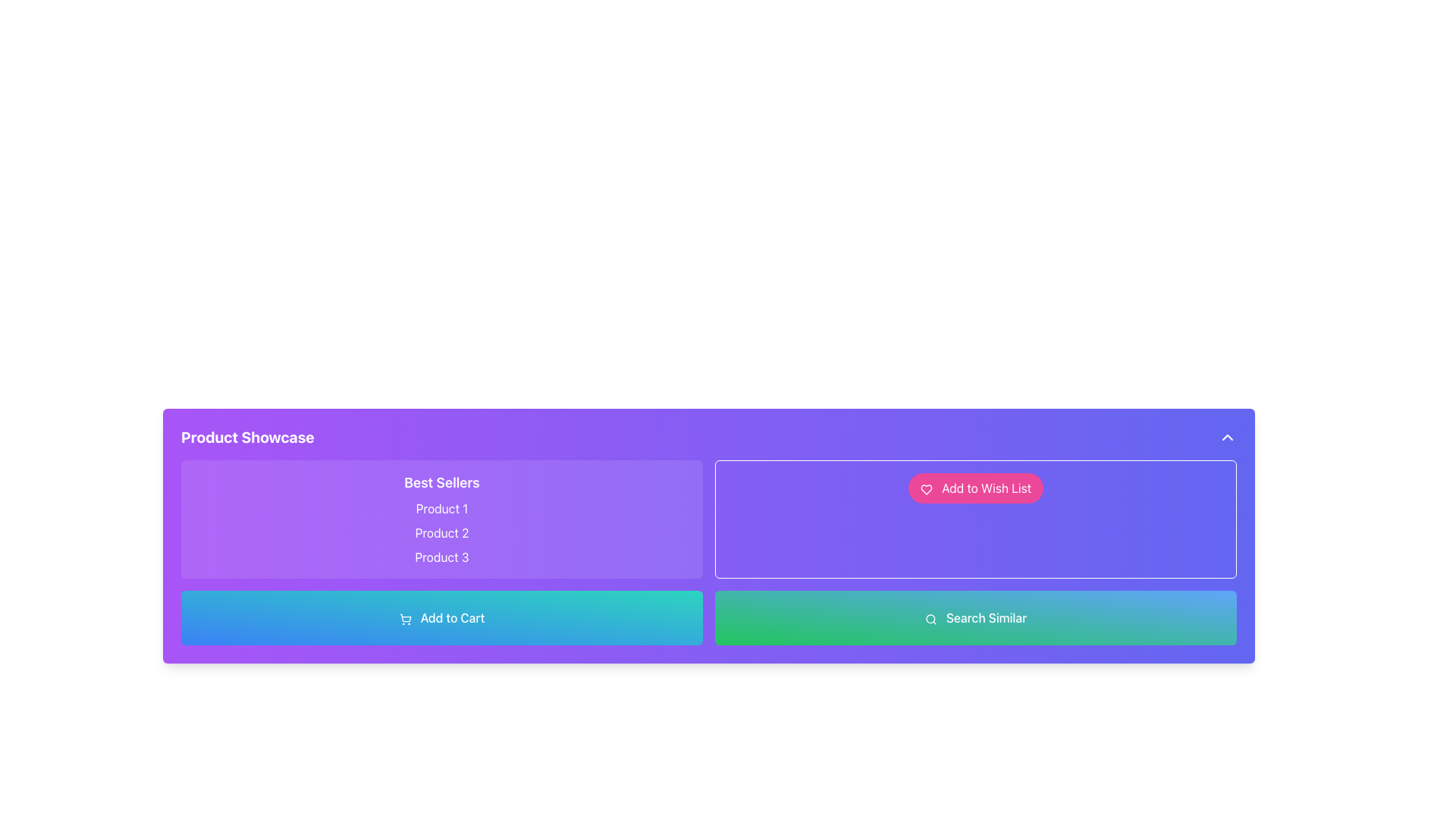 This screenshot has height=819, width=1456. Describe the element at coordinates (441, 509) in the screenshot. I see `the text label displaying 'Product 1' in white on a purple background, which is the first item under the 'Best Sellers' section` at that location.